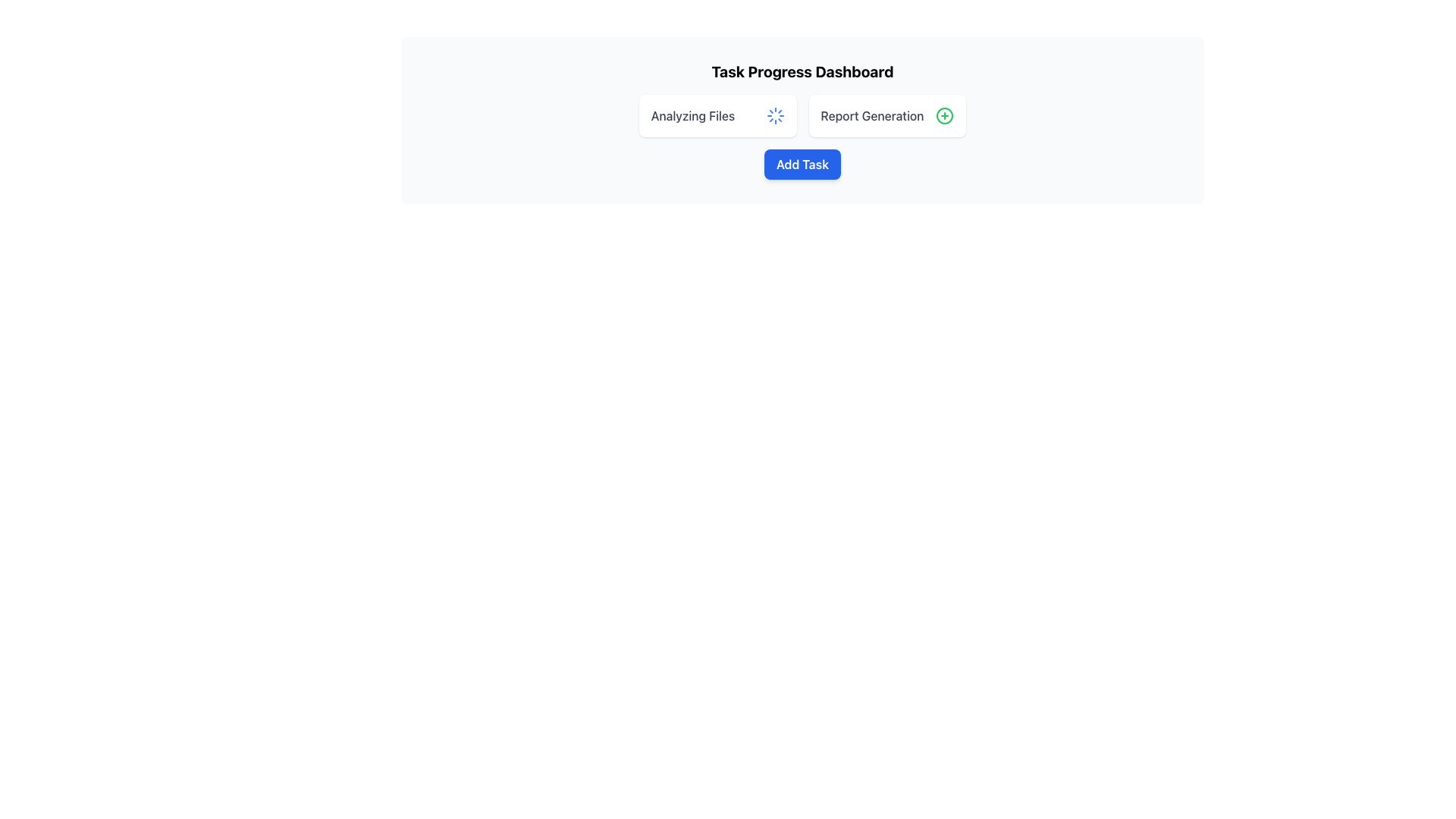 This screenshot has height=819, width=1456. Describe the element at coordinates (944, 115) in the screenshot. I see `the circular icon for adding or creating something in the context of 'Report Generation', located near the central upper part of the interface` at that location.